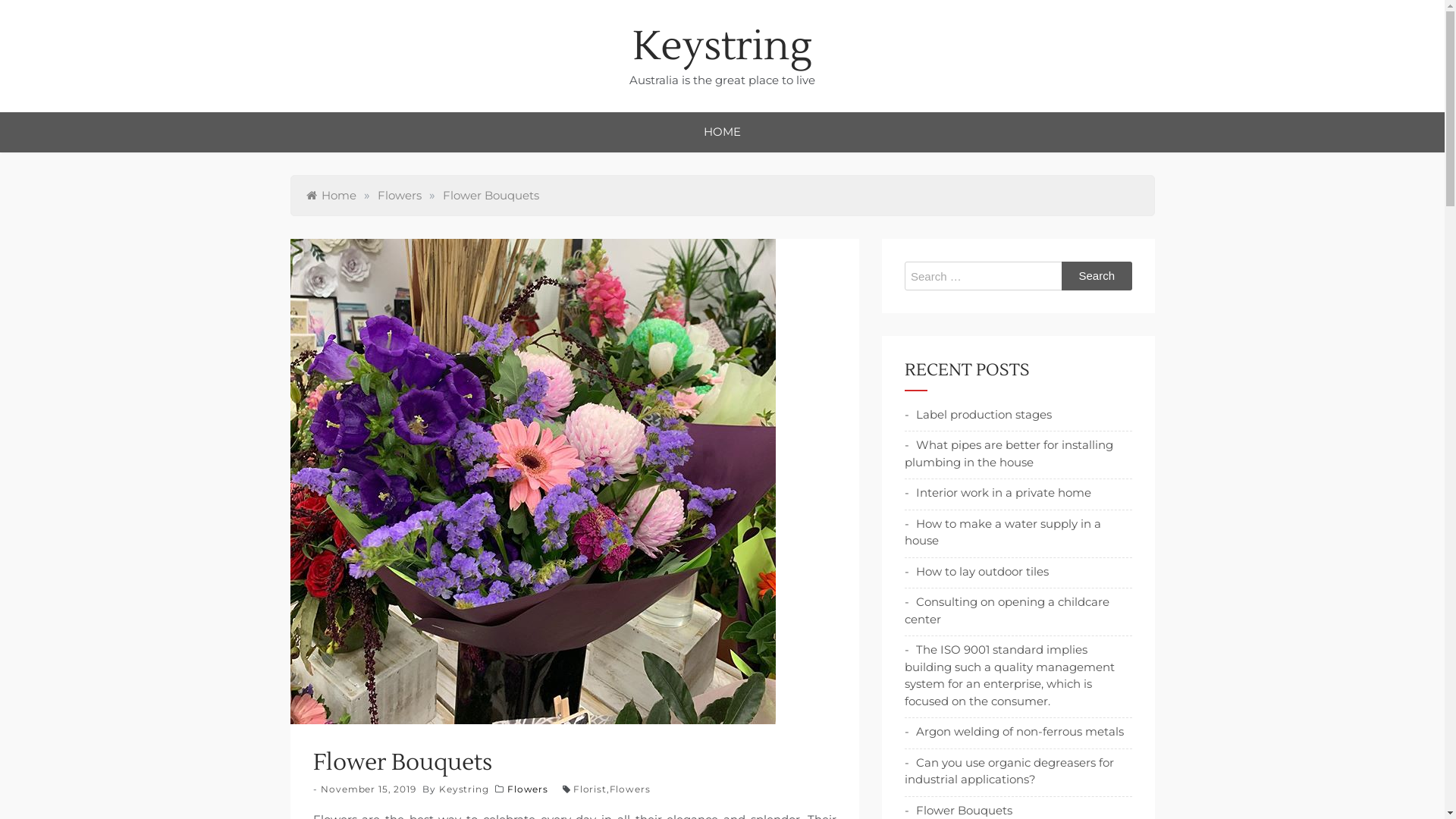 Image resolution: width=1456 pixels, height=819 pixels. I want to click on 'Interior work in a private home', so click(997, 492).